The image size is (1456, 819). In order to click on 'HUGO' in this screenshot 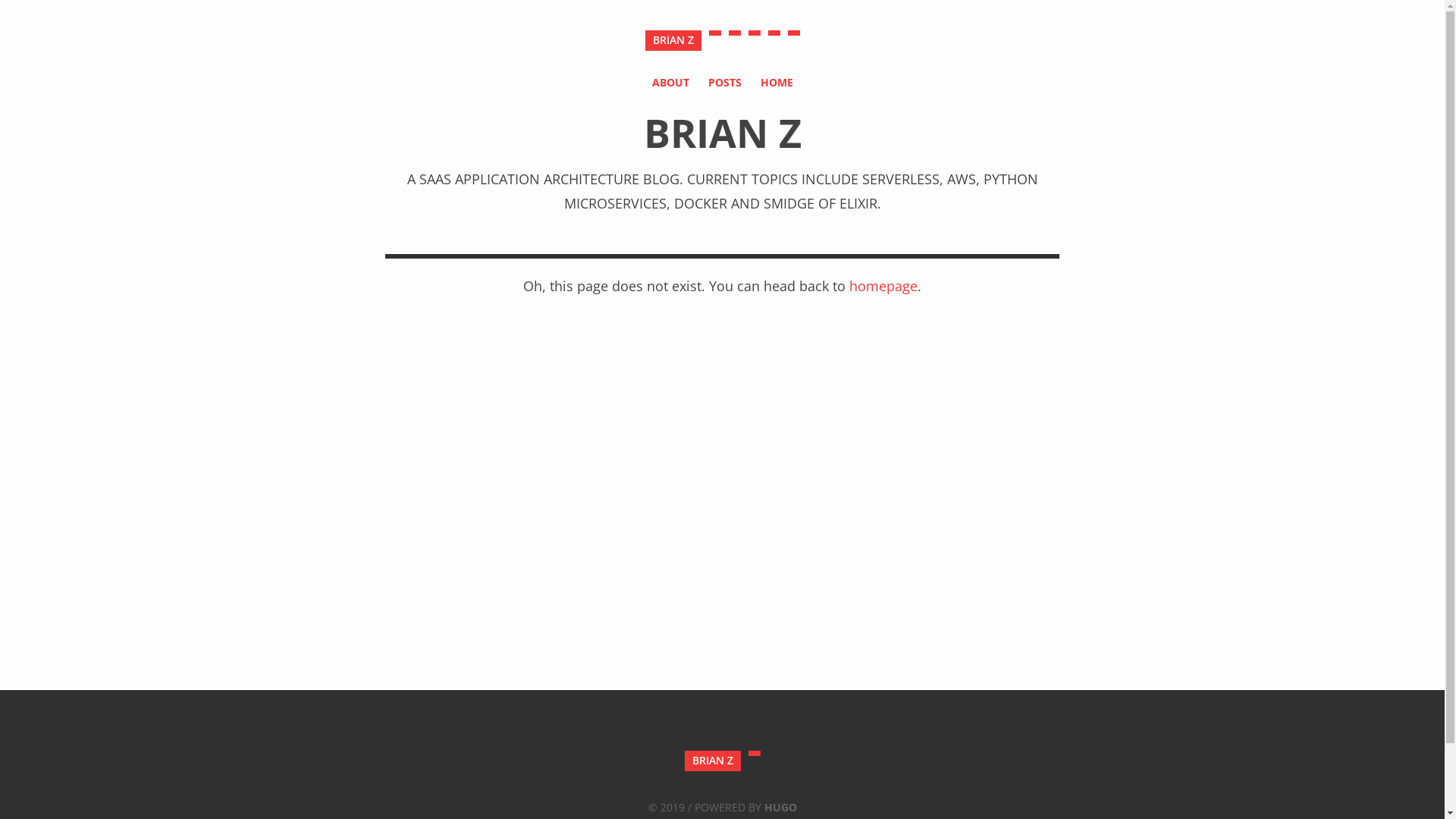, I will do `click(780, 806)`.